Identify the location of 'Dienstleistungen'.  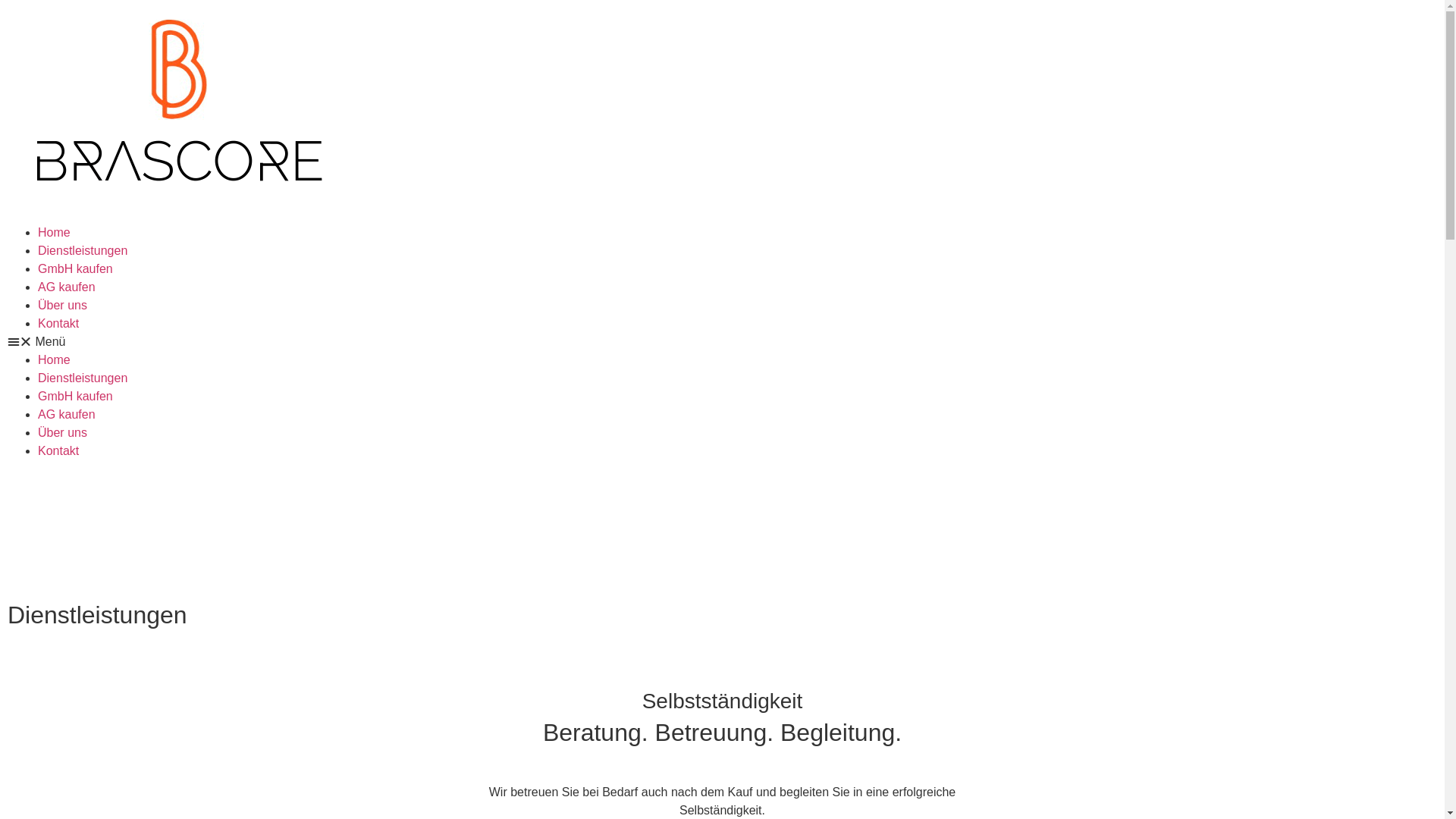
(82, 249).